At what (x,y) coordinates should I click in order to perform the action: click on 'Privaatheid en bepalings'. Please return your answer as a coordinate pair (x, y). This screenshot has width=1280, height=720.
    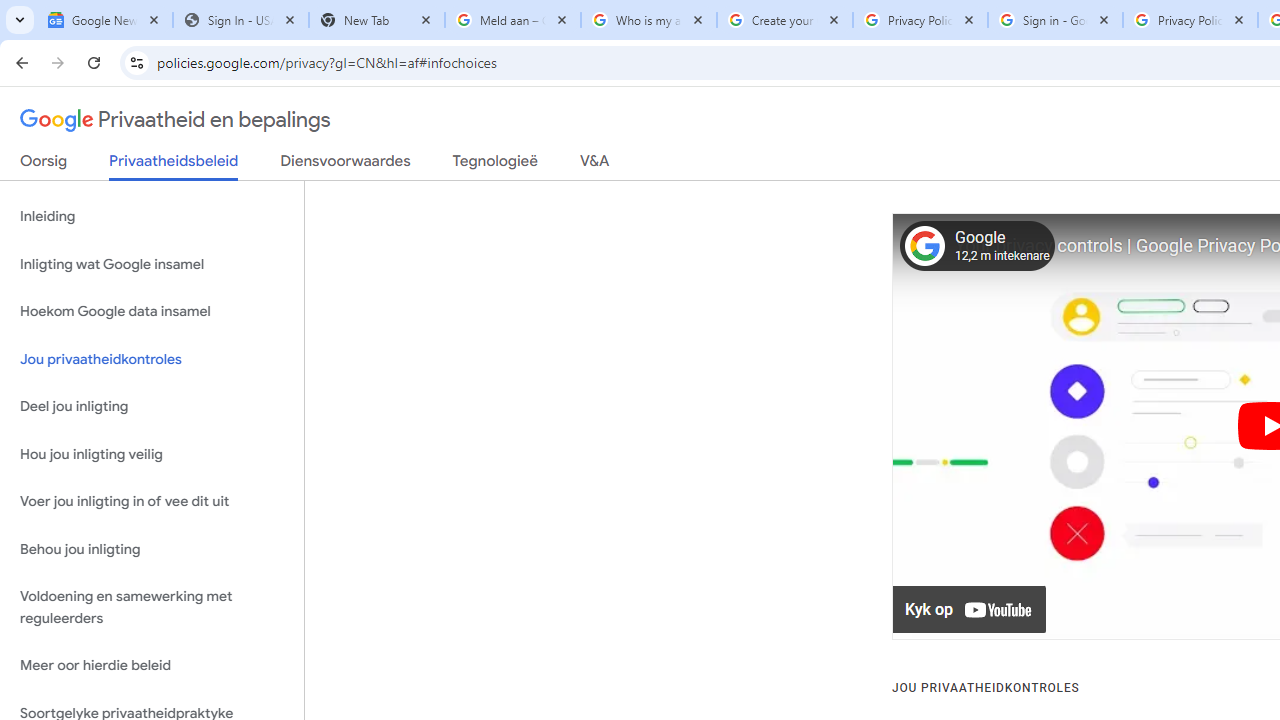
    Looking at the image, I should click on (176, 120).